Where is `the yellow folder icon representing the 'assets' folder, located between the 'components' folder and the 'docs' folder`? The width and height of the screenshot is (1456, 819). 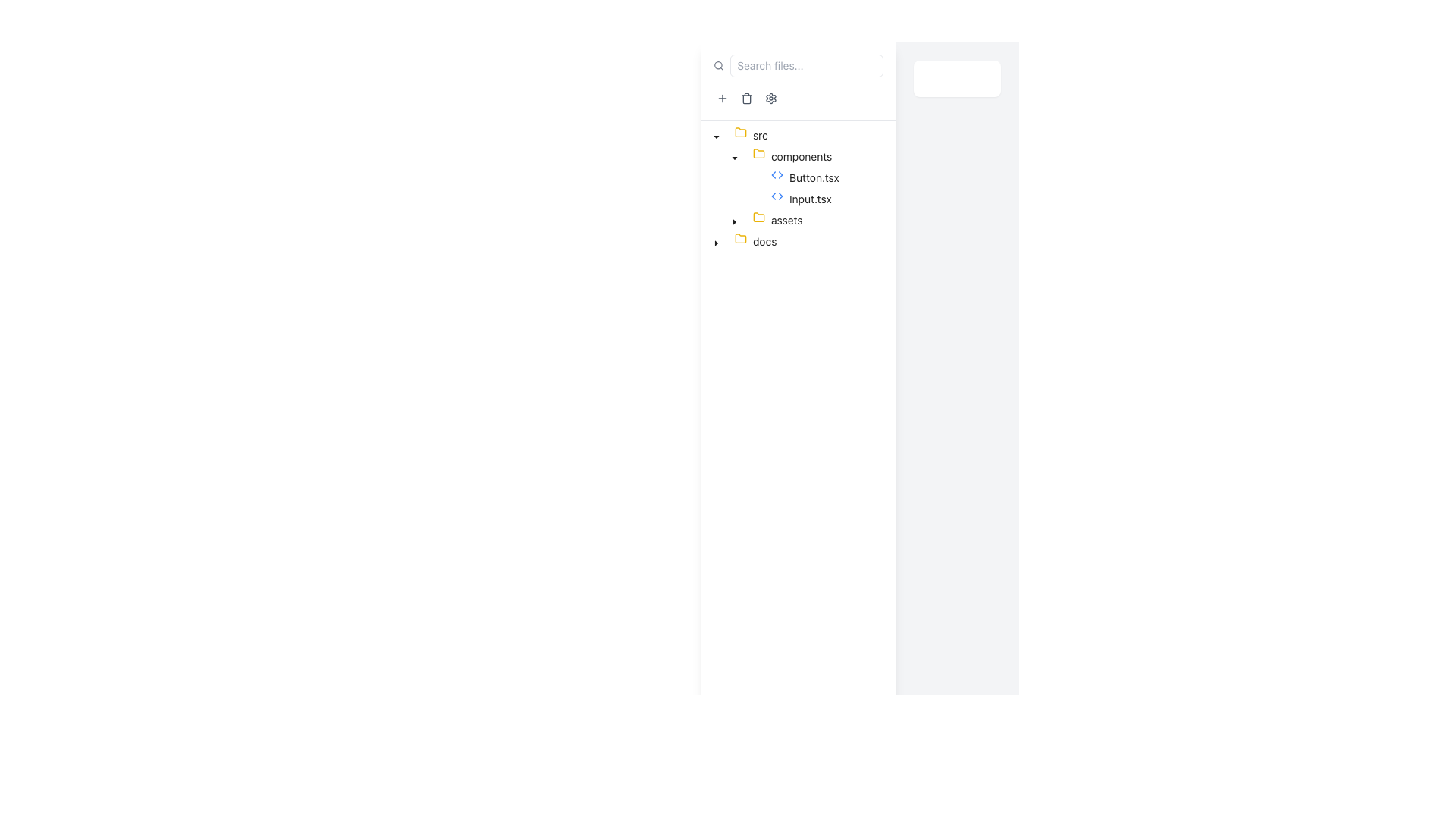 the yellow folder icon representing the 'assets' folder, located between the 'components' folder and the 'docs' folder is located at coordinates (759, 216).